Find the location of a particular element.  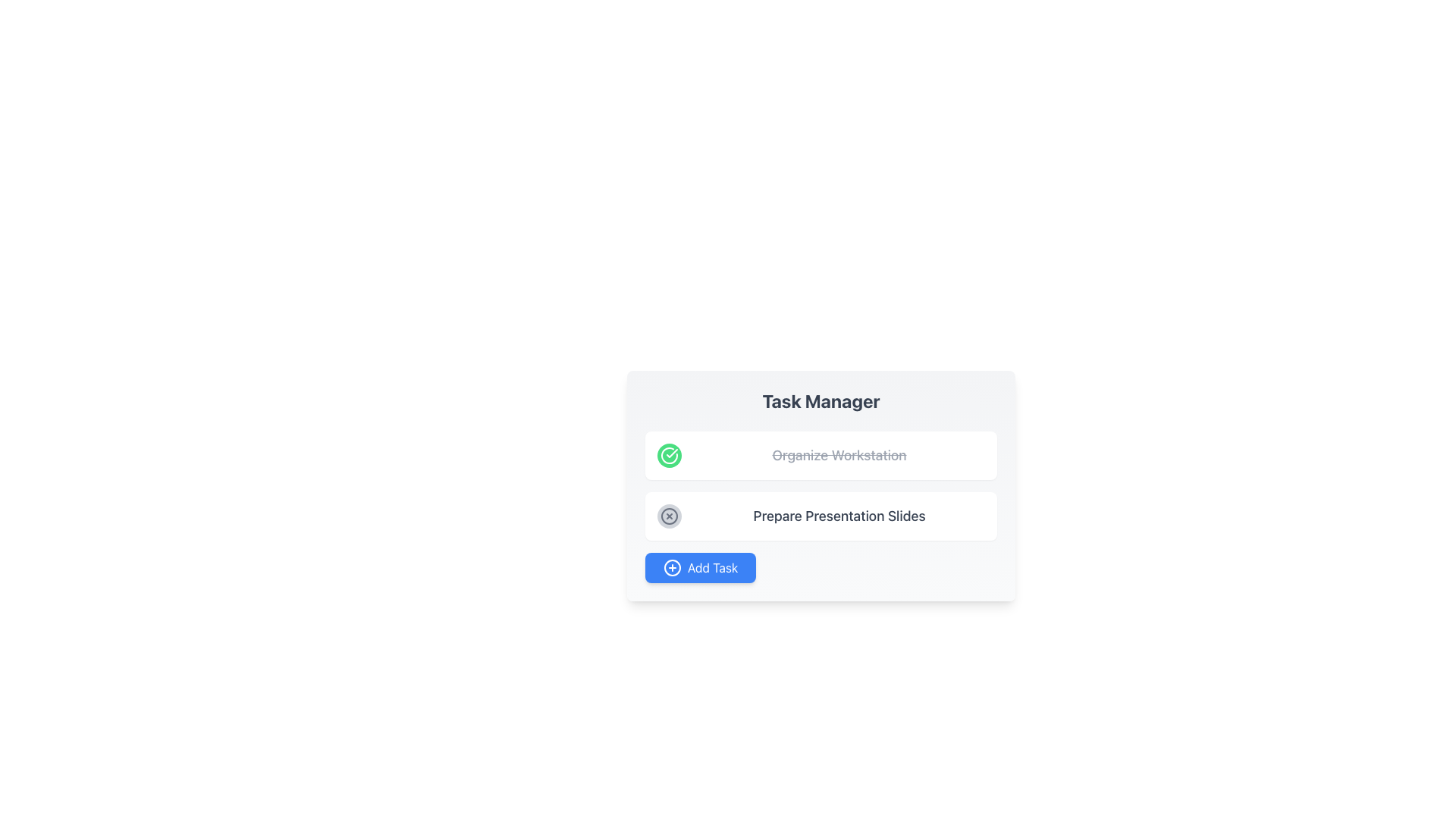

the circular outline icon preceding the 'Organize Workstation' task entry in the Task Manager interface is located at coordinates (669, 455).